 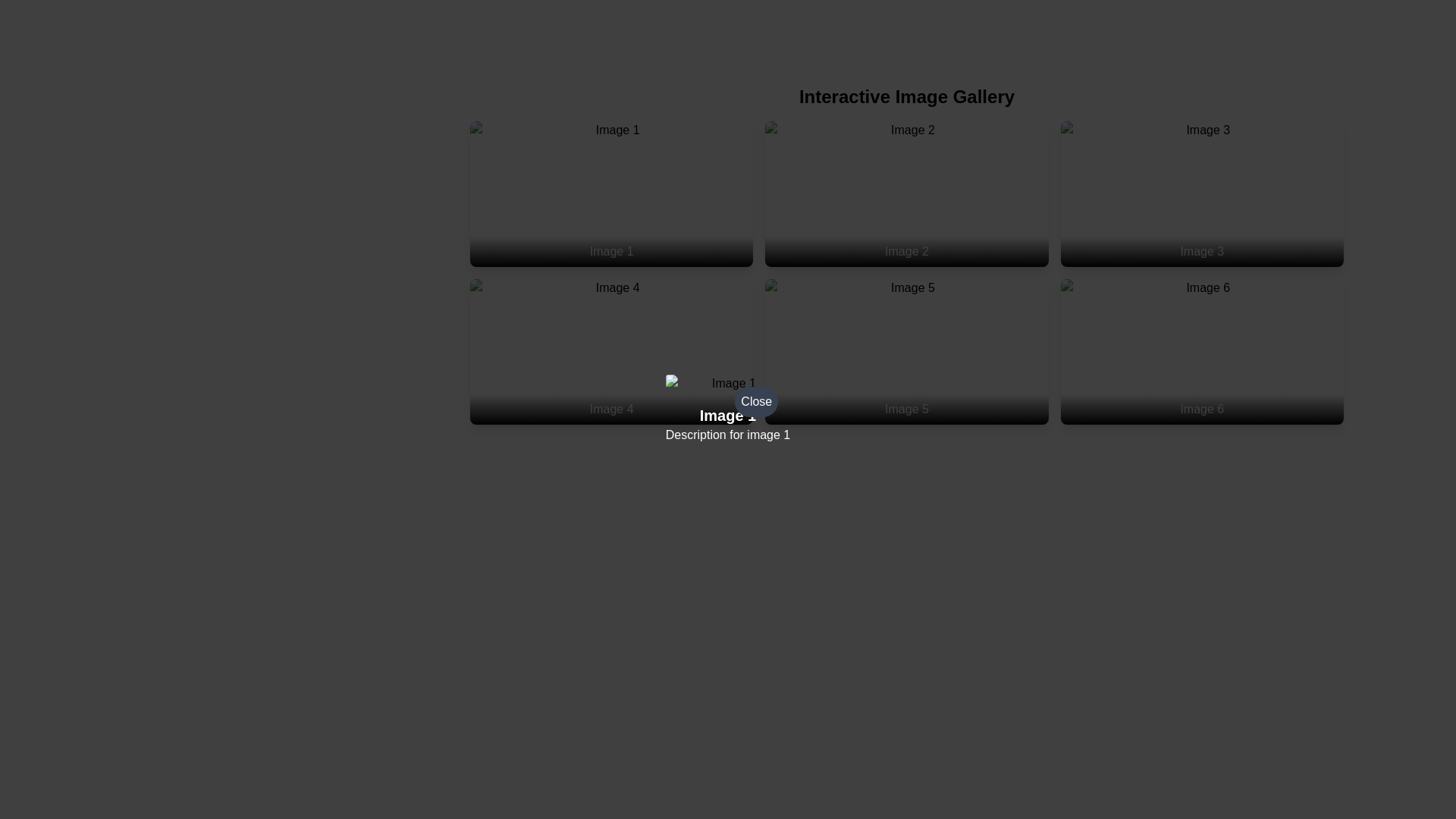 I want to click on the bold text label that displays 'Image 1', which is positioned at the top of the description panel for an image, so click(x=728, y=415).